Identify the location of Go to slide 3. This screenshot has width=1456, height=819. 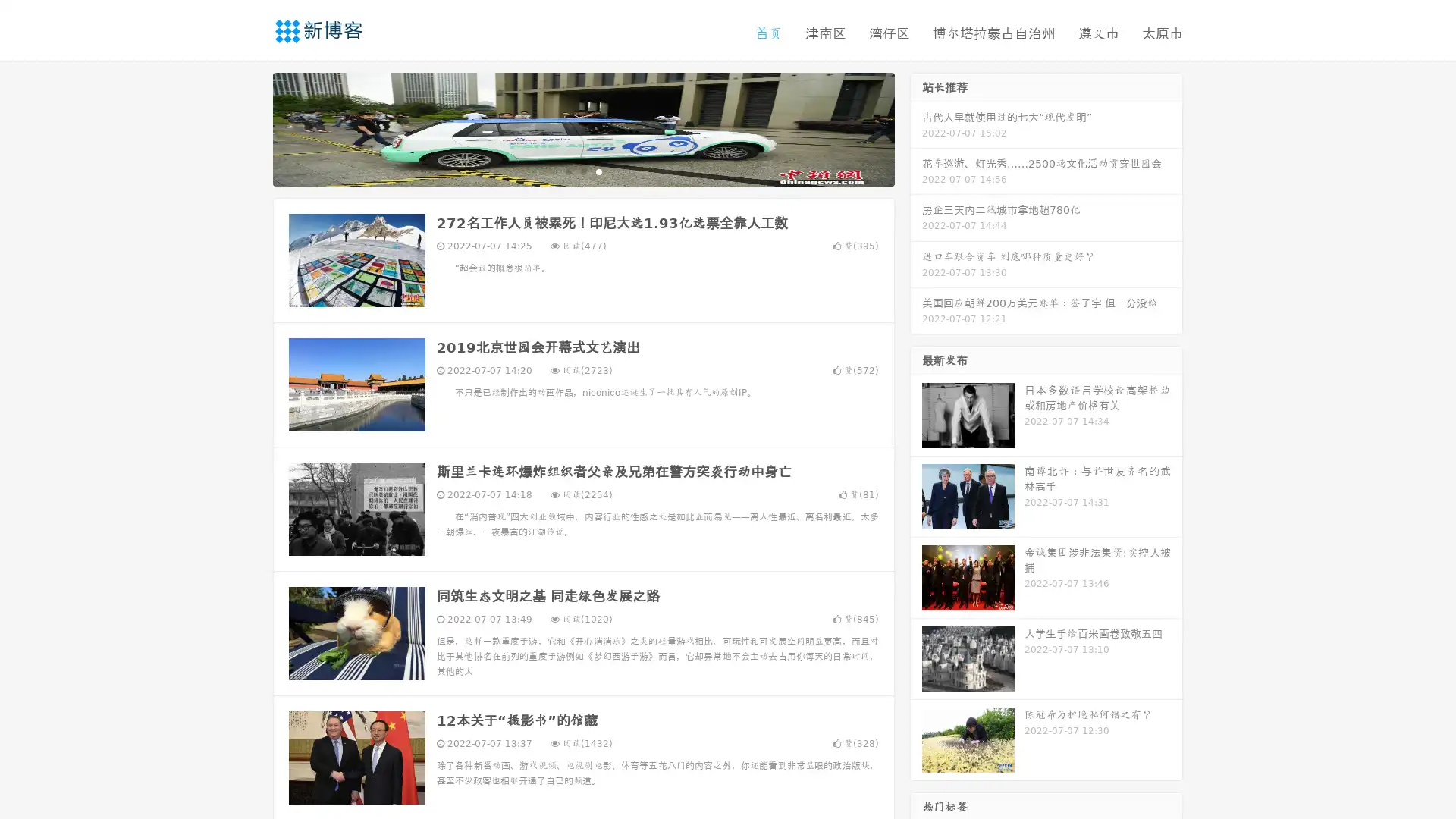
(598, 171).